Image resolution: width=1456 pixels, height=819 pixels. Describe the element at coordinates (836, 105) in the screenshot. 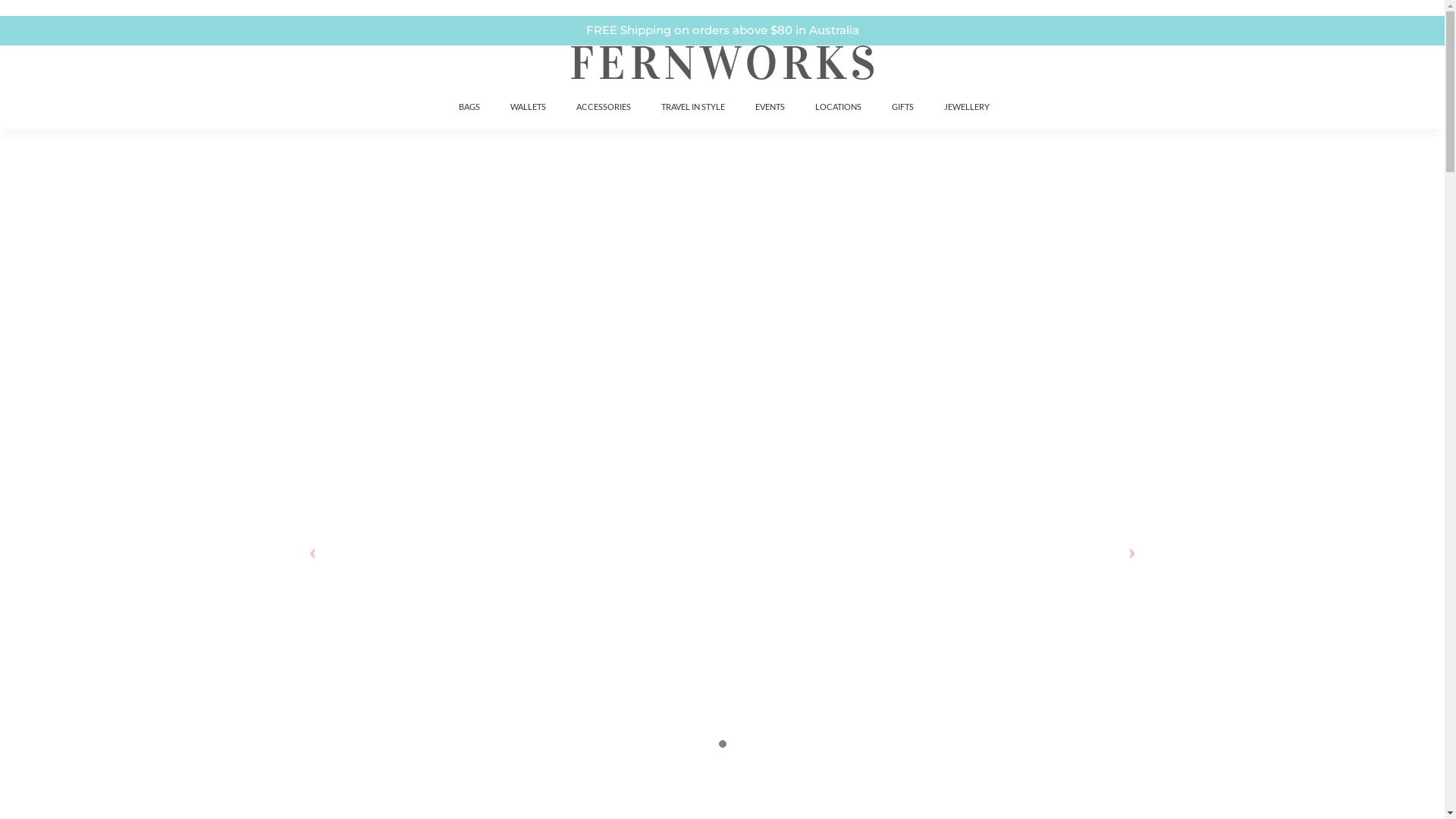

I see `'LOCATIONS'` at that location.